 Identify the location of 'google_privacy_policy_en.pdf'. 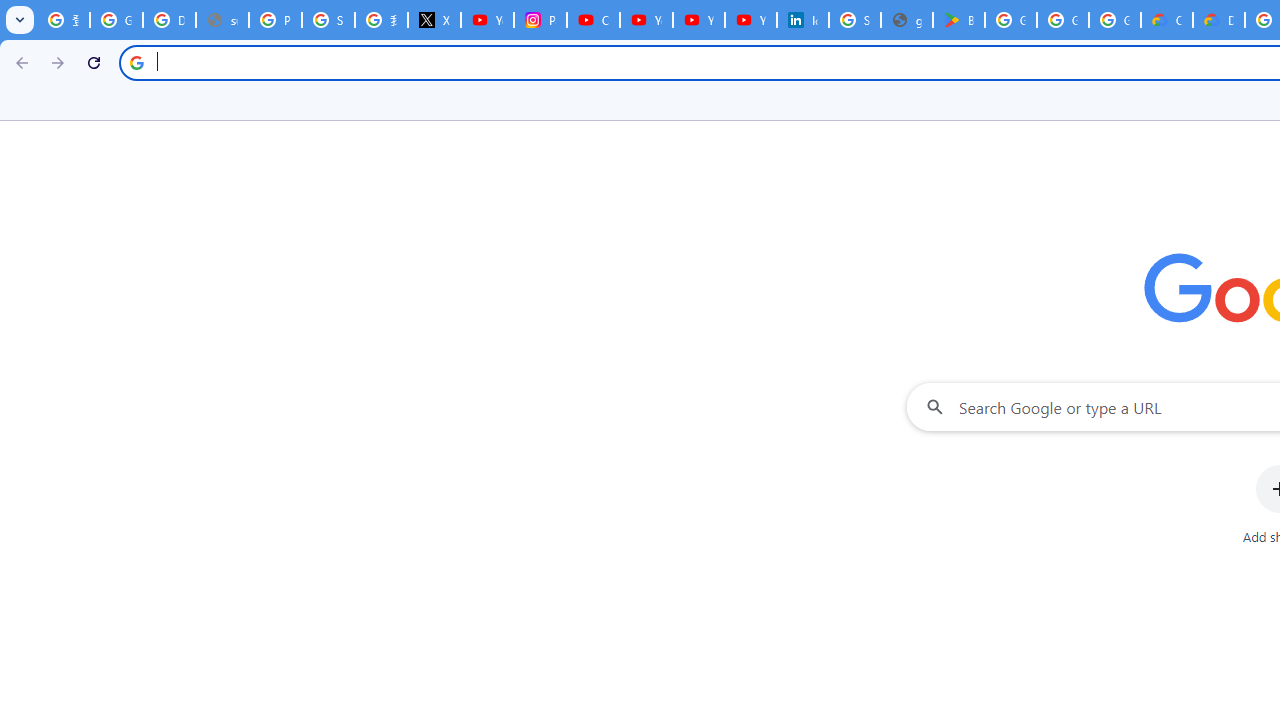
(905, 20).